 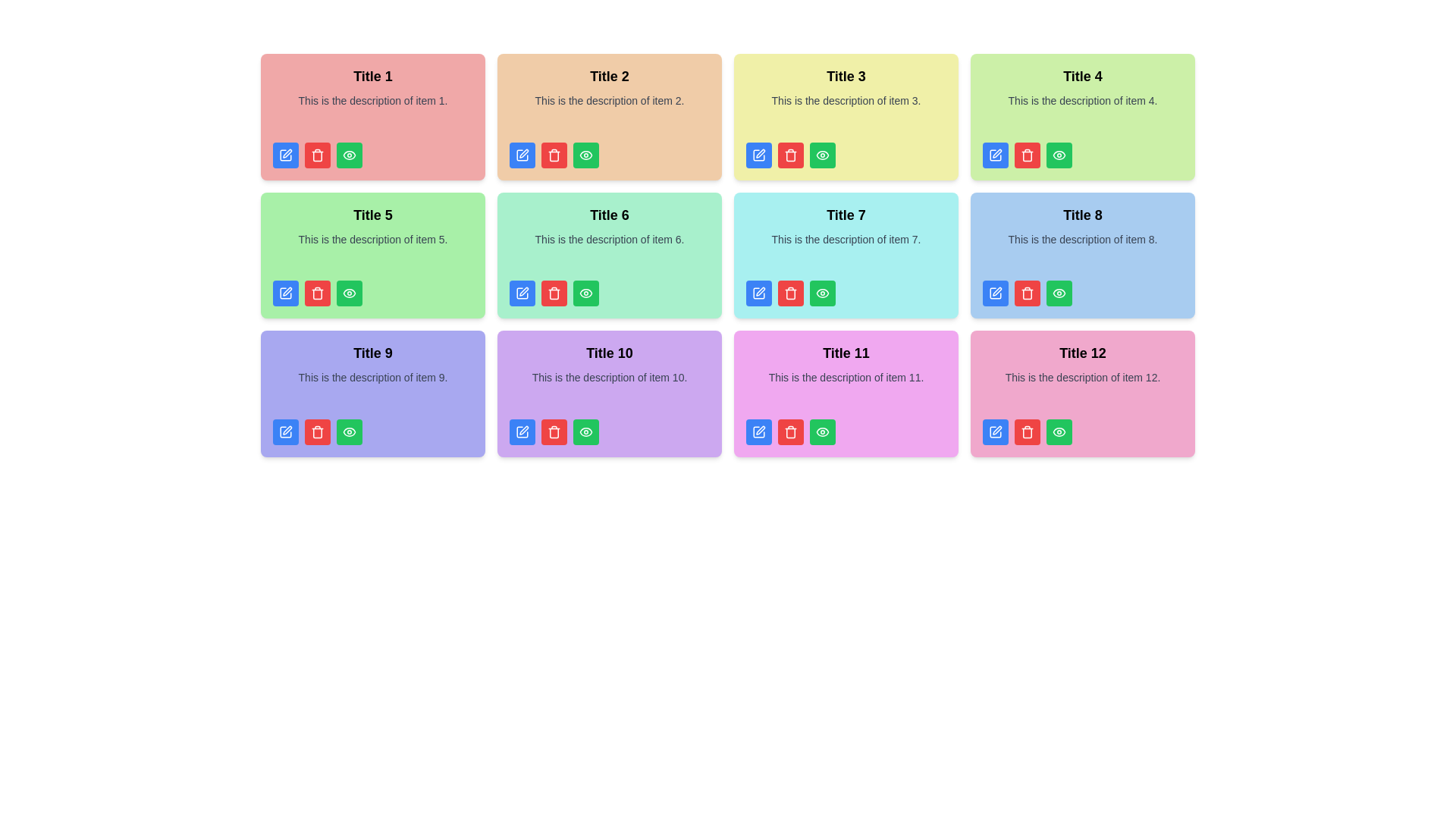 What do you see at coordinates (821, 155) in the screenshot?
I see `the third button aligned horizontally below 'Title 3'` at bounding box center [821, 155].